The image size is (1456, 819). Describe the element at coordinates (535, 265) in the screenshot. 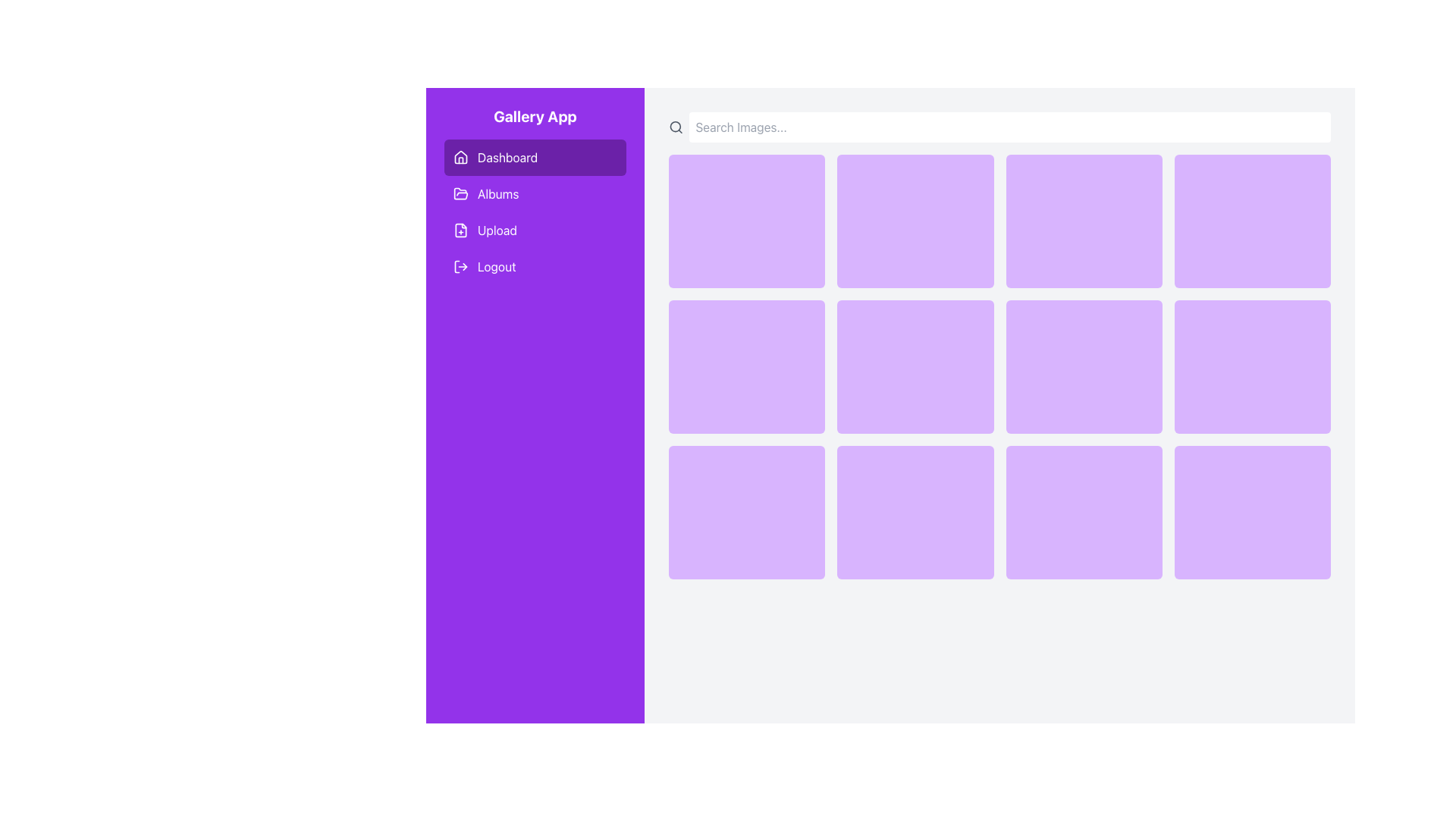

I see `the 'Logout' button with a bright purple background located in the left sidebar, which is the fourth interactive item in the menu, to log out` at that location.